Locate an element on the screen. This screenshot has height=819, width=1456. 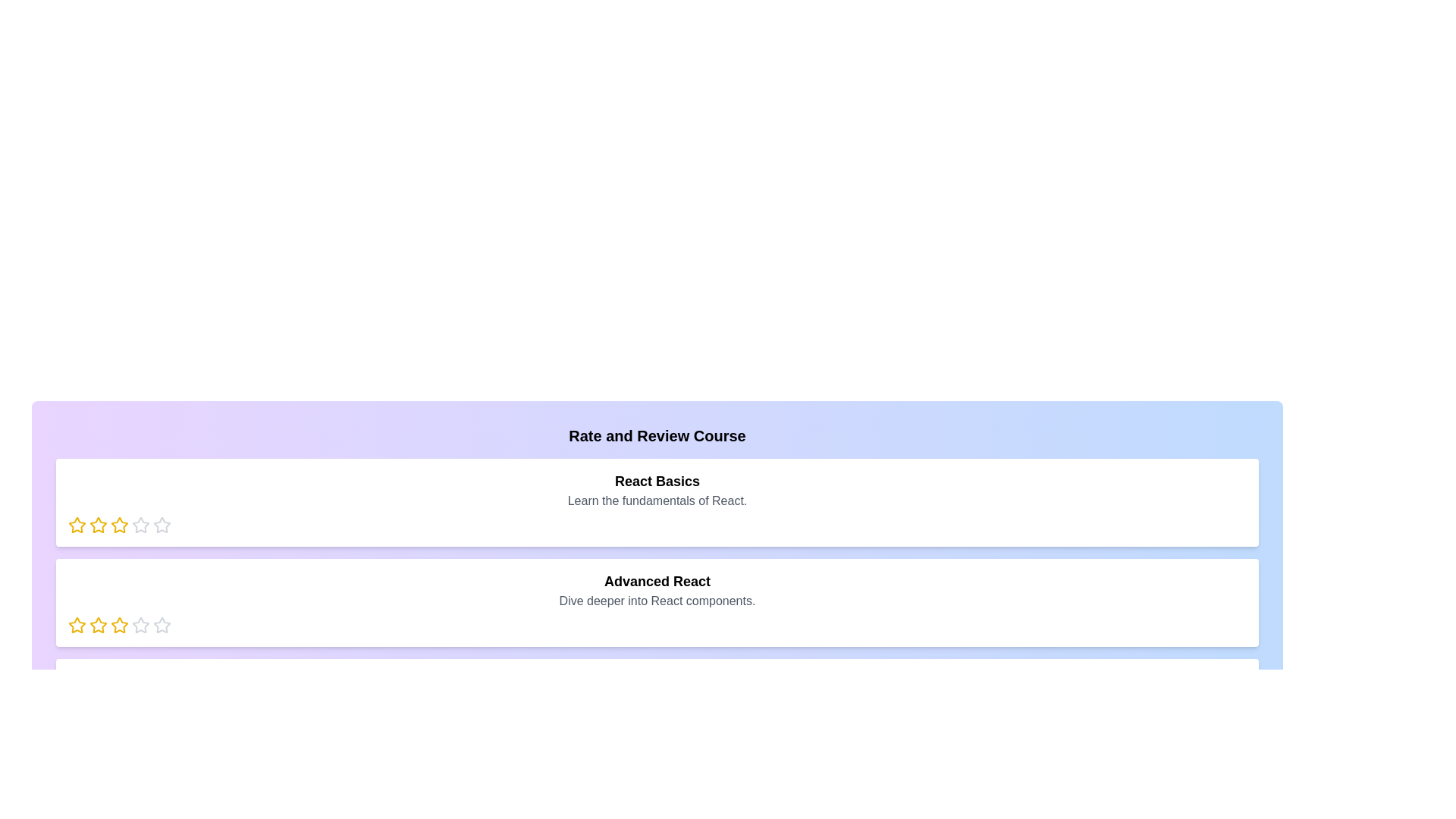
the first yellow outlined star icon in the rating section of the 'Advanced React' course panel is located at coordinates (76, 626).